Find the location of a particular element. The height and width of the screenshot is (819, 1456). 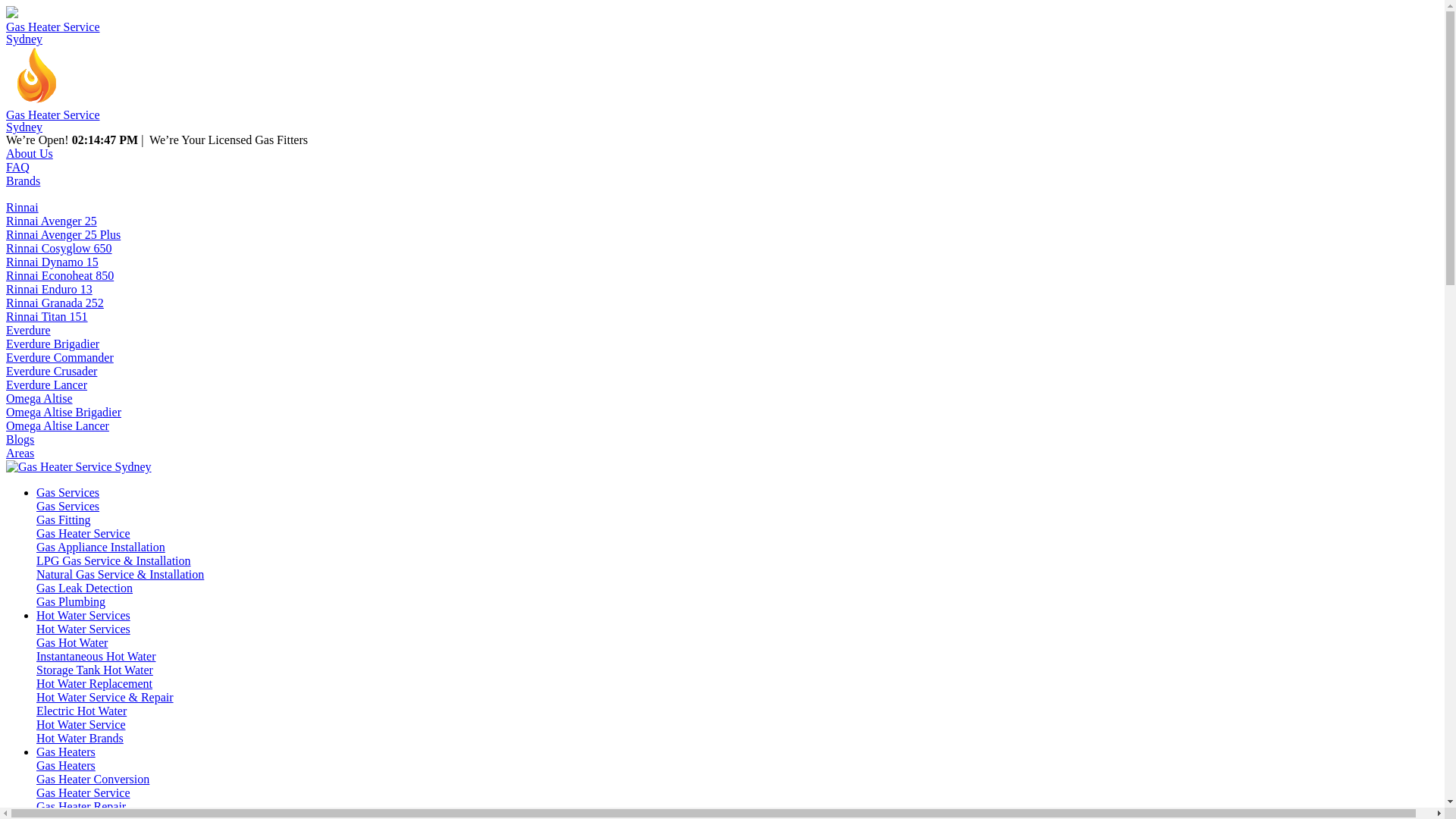

'Rinnai Cosyglow 650' is located at coordinates (6, 247).